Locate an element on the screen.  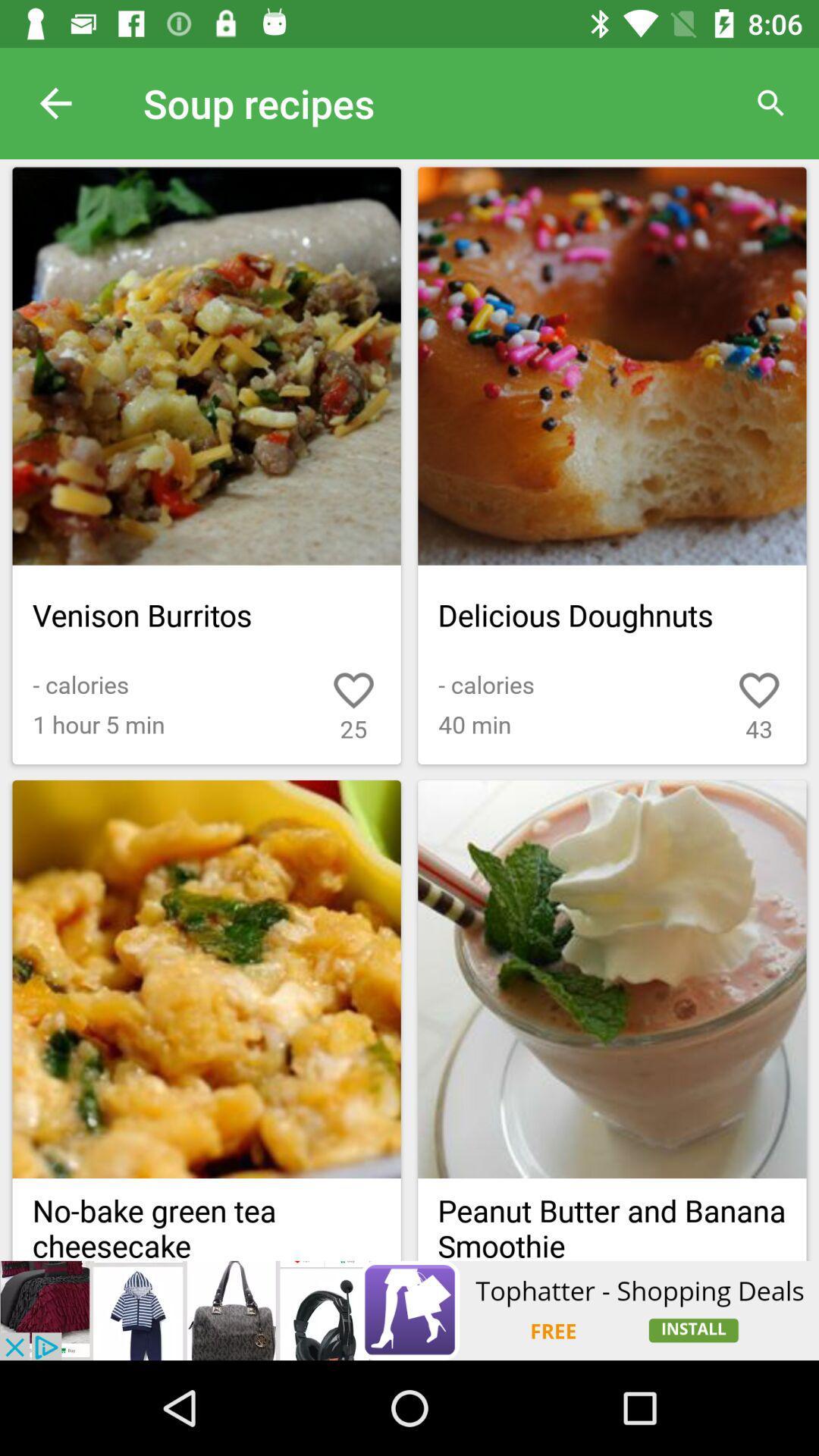
image which is at top right is located at coordinates (611, 366).